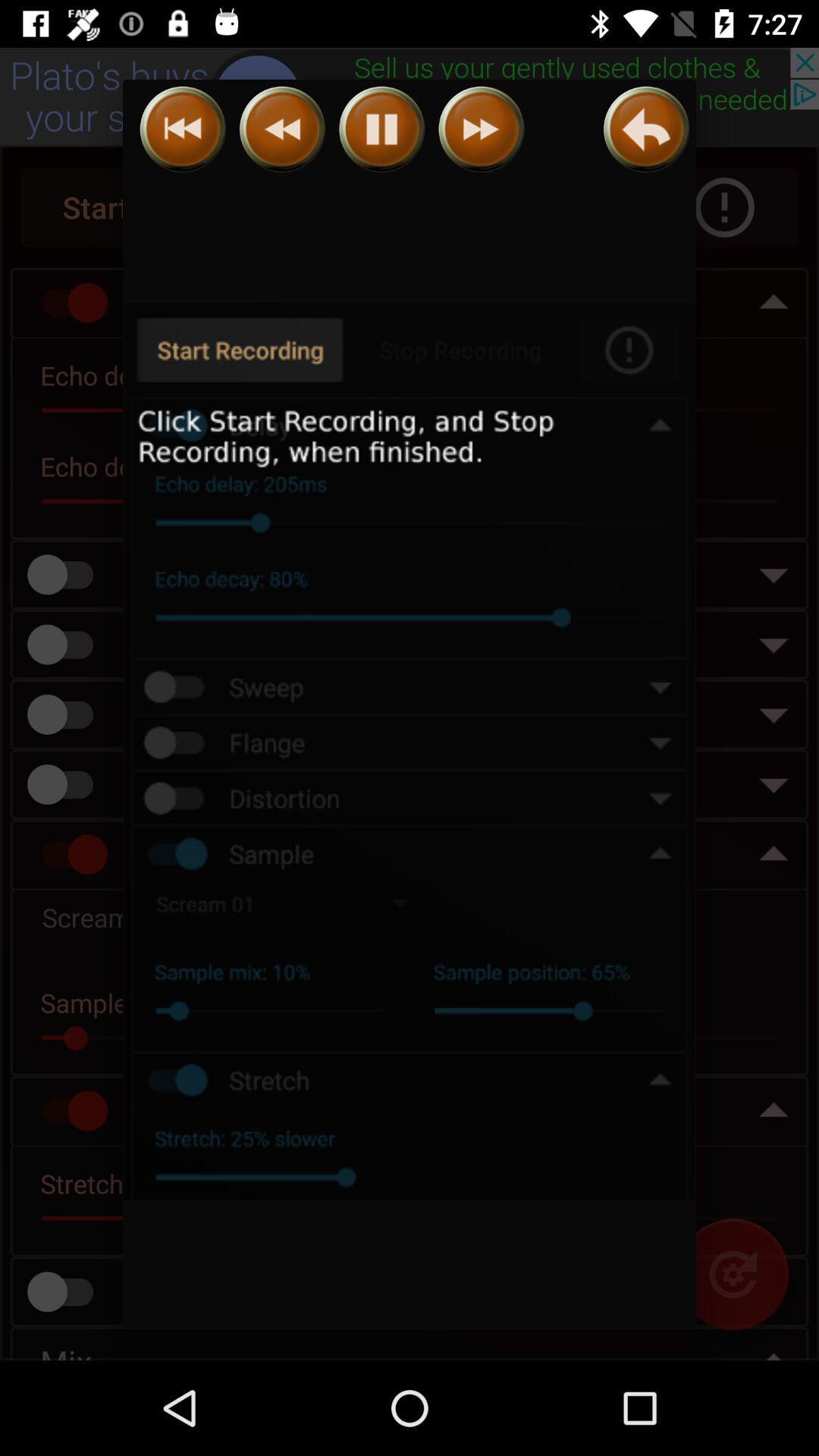 The height and width of the screenshot is (1456, 819). What do you see at coordinates (381, 129) in the screenshot?
I see `pause recording` at bounding box center [381, 129].